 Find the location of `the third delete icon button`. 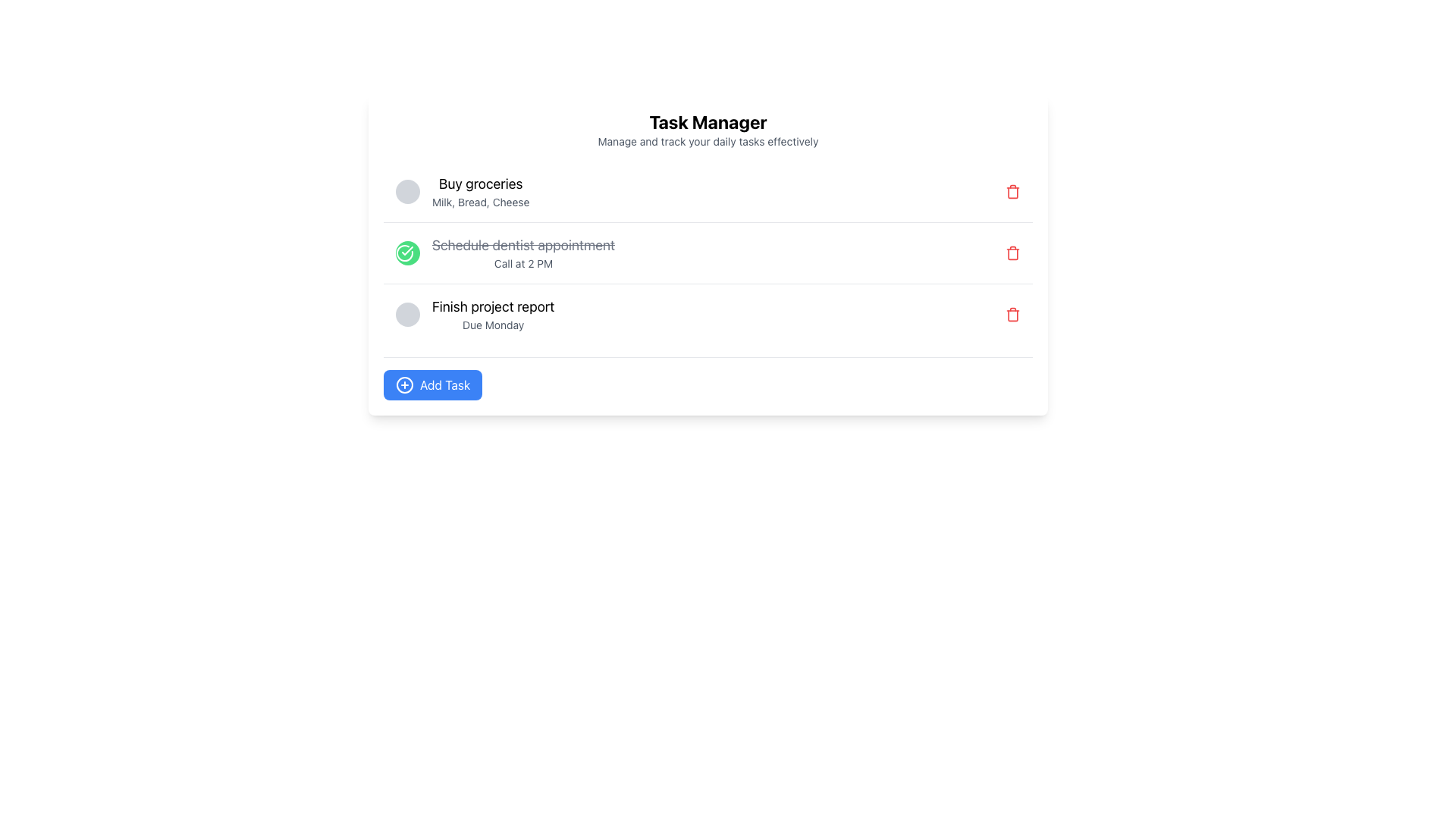

the third delete icon button is located at coordinates (1012, 314).